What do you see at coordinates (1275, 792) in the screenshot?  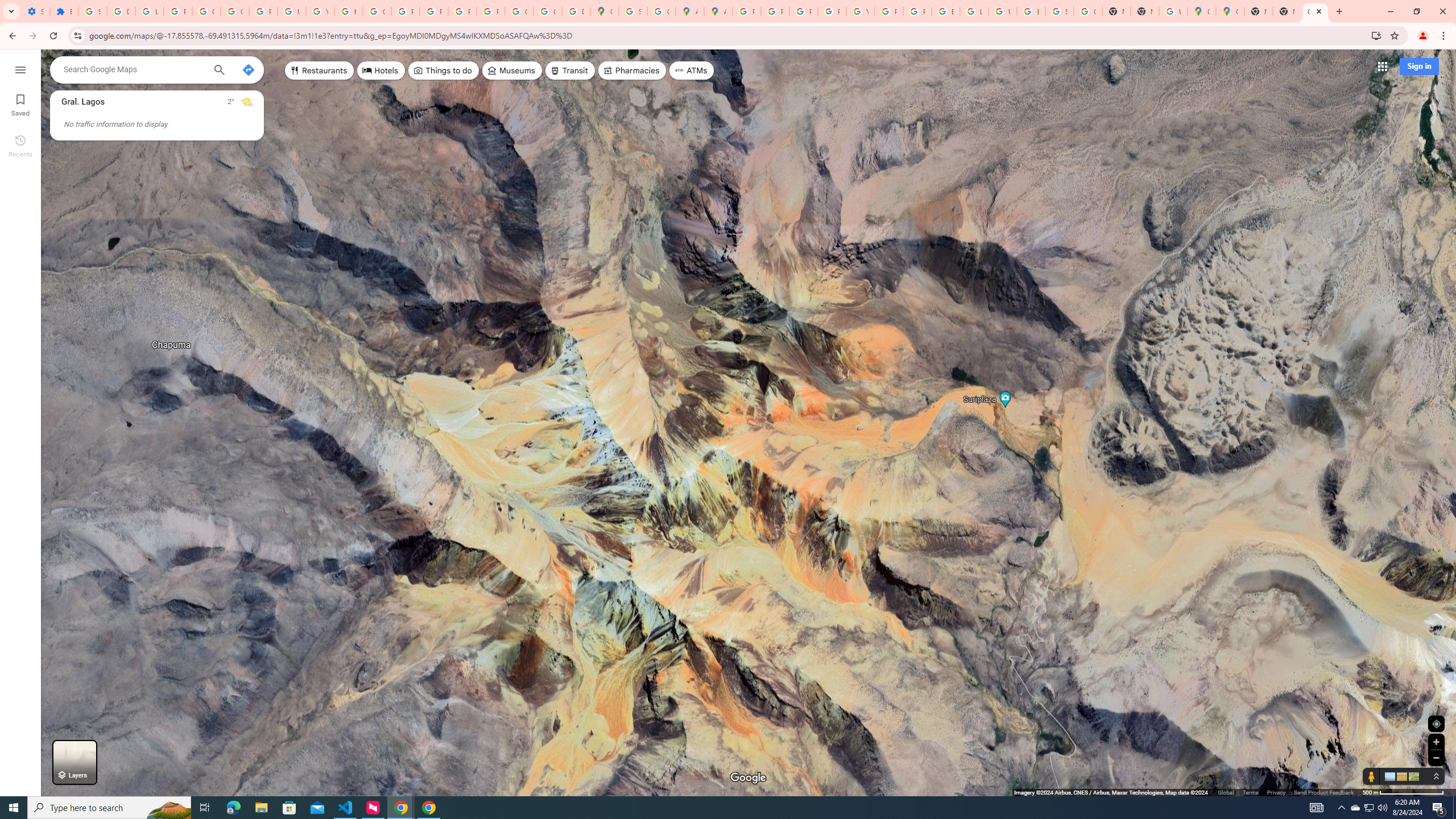 I see `'Privacy'` at bounding box center [1275, 792].